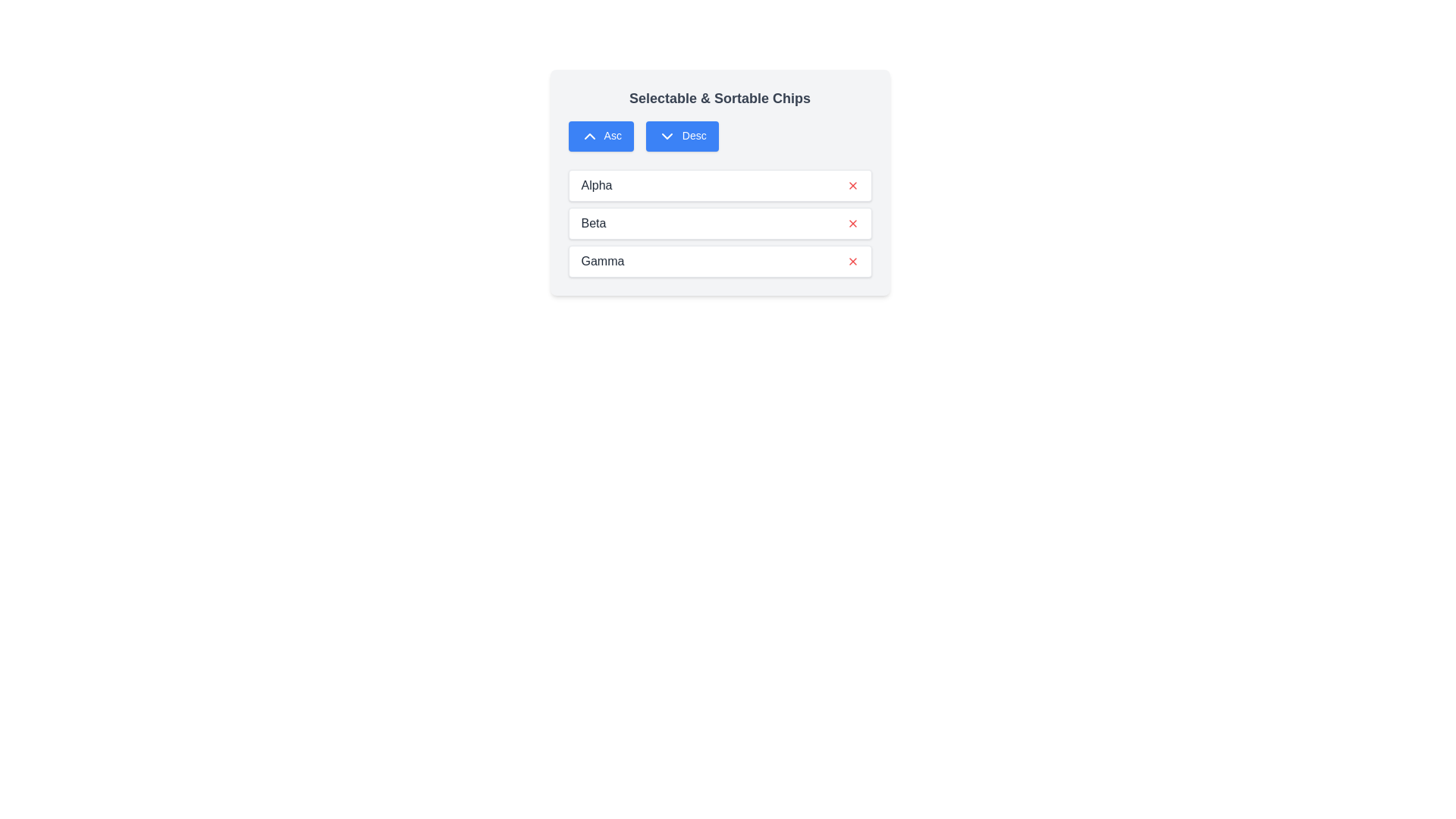 The image size is (1456, 819). What do you see at coordinates (852, 185) in the screenshot?
I see `the remove button for the item labeled Alpha` at bounding box center [852, 185].